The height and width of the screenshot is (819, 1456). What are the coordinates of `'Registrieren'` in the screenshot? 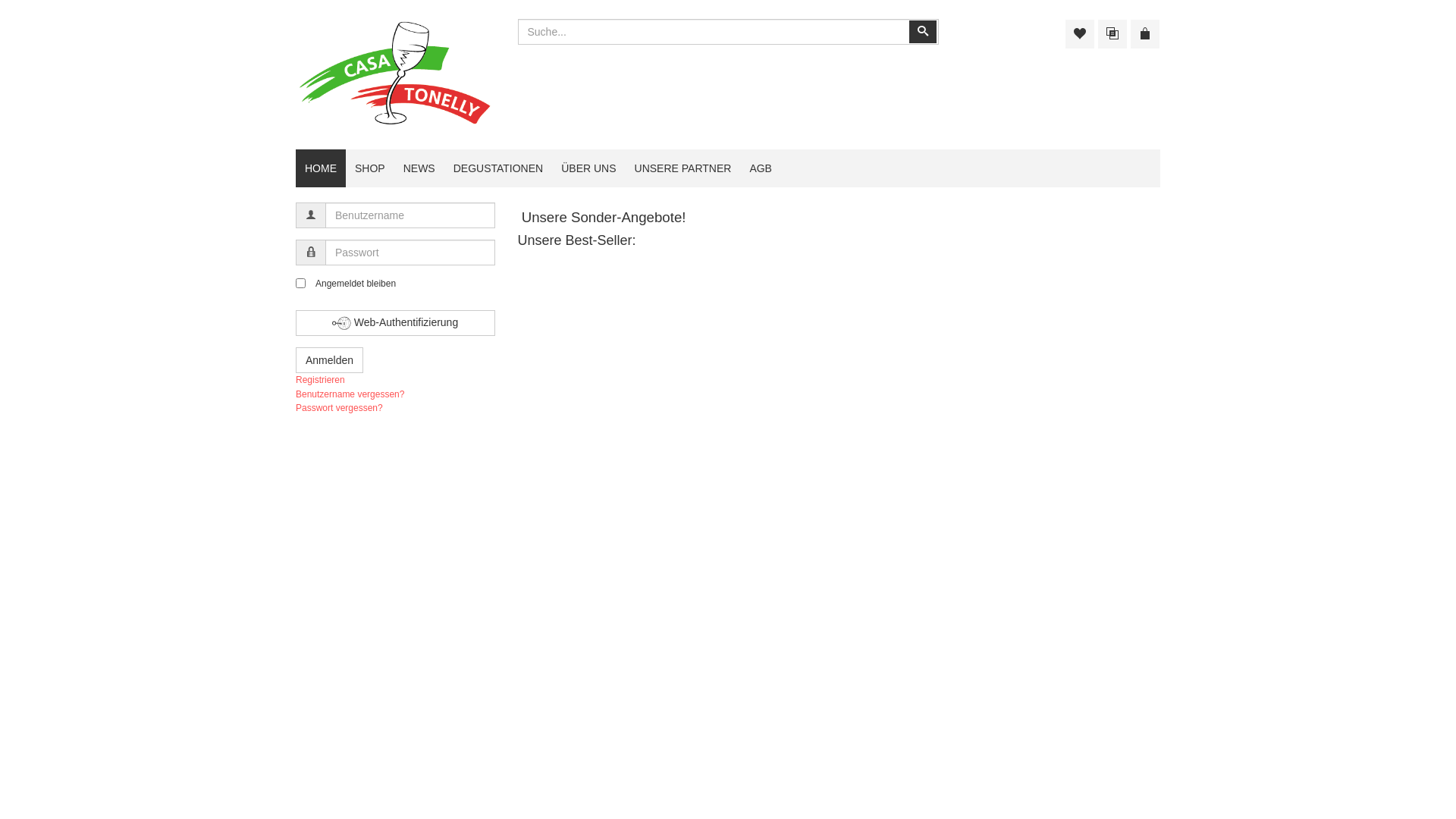 It's located at (295, 379).